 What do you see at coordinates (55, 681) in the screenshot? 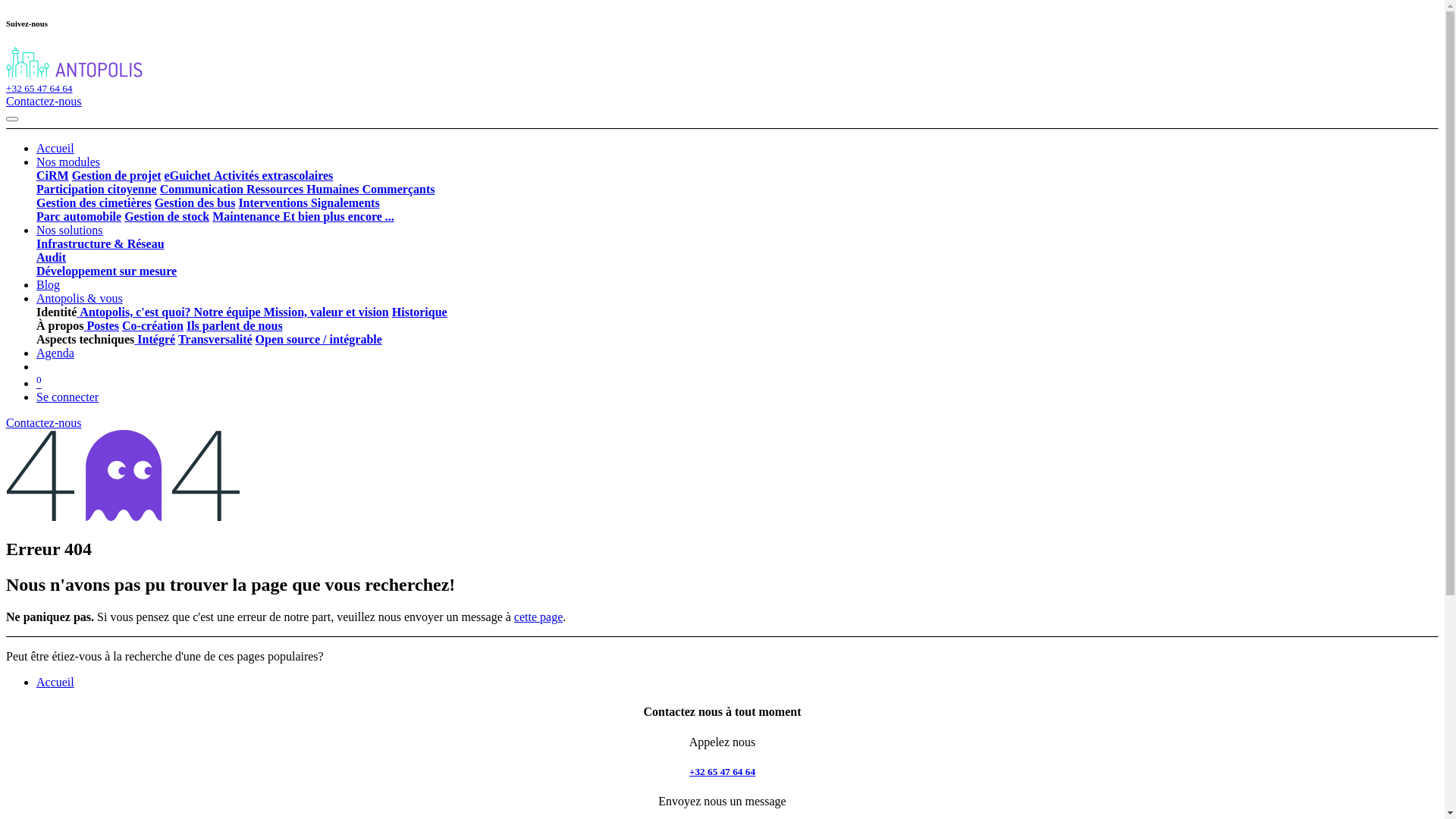
I see `'Accueil'` at bounding box center [55, 681].